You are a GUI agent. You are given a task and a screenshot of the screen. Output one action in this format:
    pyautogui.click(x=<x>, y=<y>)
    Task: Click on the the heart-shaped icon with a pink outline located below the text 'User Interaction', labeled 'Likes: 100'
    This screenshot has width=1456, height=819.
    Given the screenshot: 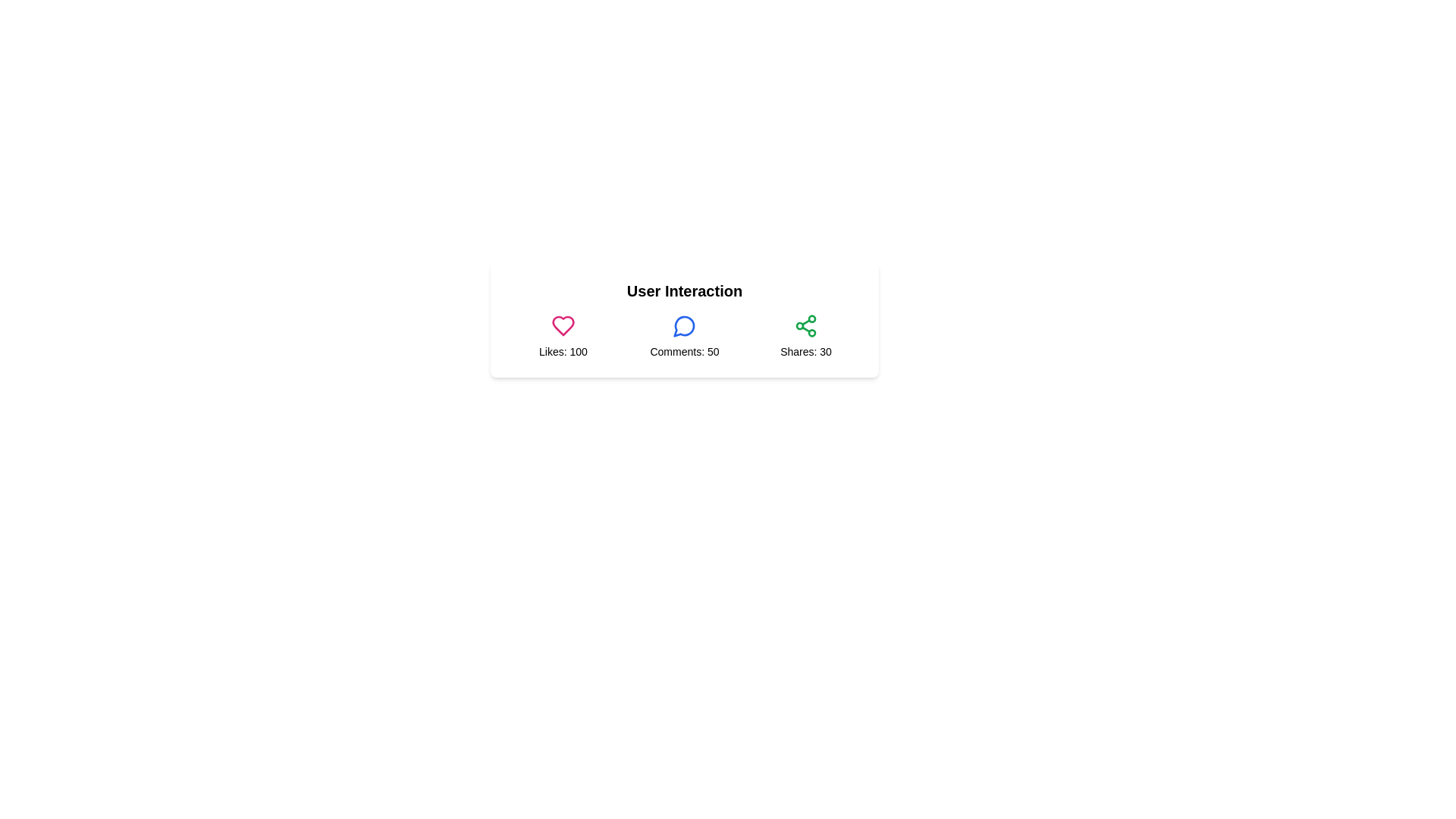 What is the action you would take?
    pyautogui.click(x=563, y=325)
    